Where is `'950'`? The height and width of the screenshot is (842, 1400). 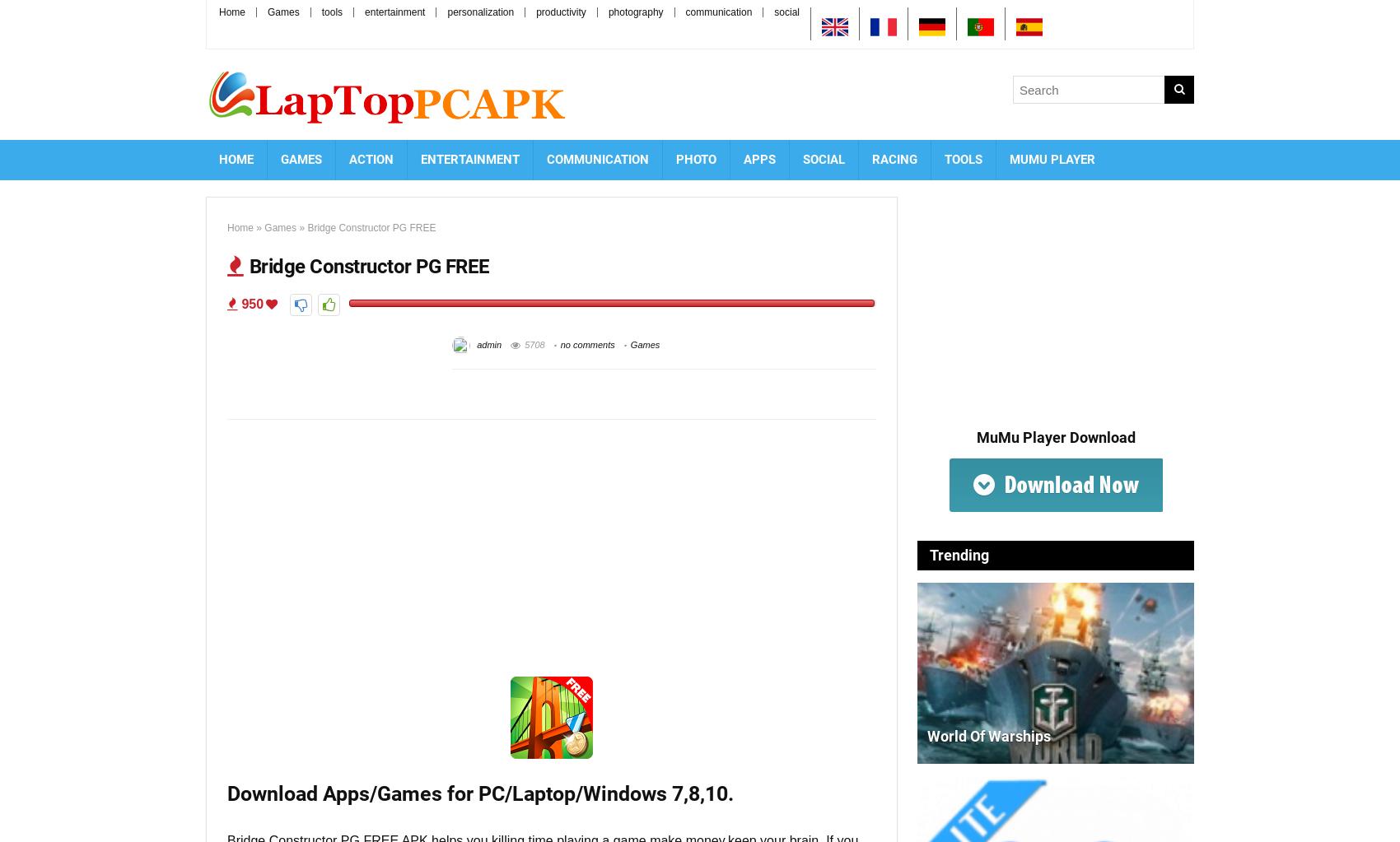
'950' is located at coordinates (250, 303).